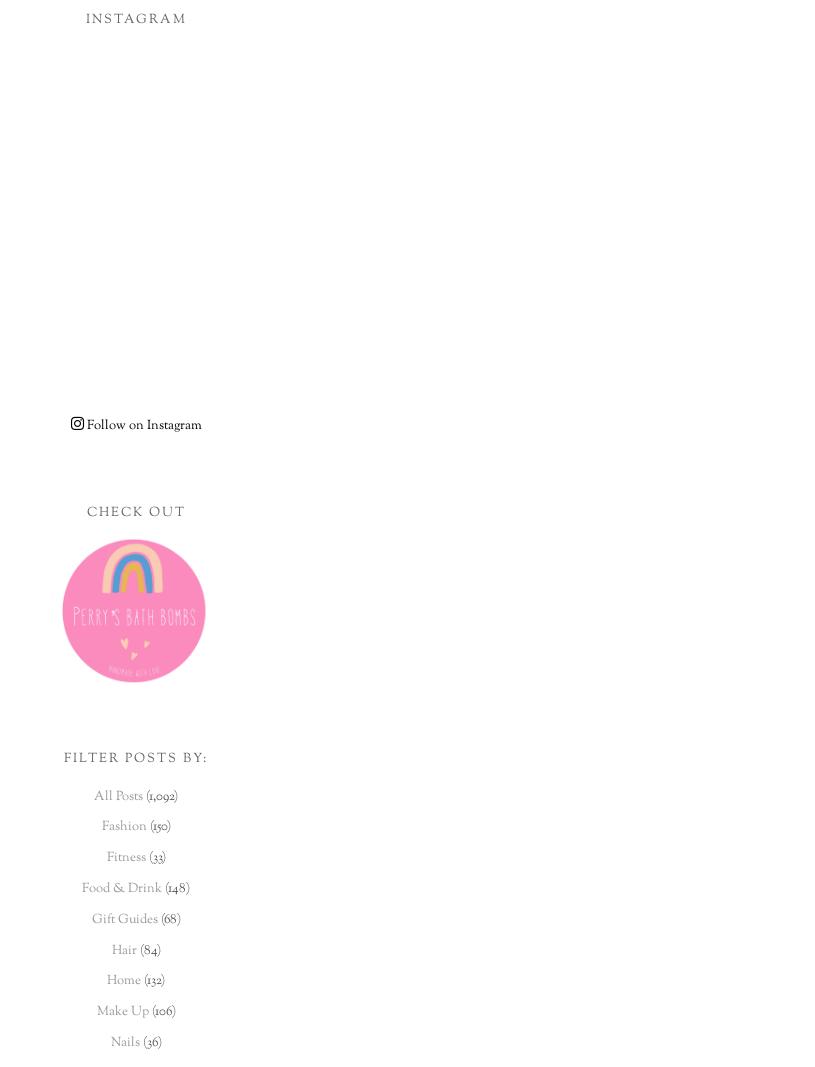  I want to click on 'All Posts', so click(117, 794).